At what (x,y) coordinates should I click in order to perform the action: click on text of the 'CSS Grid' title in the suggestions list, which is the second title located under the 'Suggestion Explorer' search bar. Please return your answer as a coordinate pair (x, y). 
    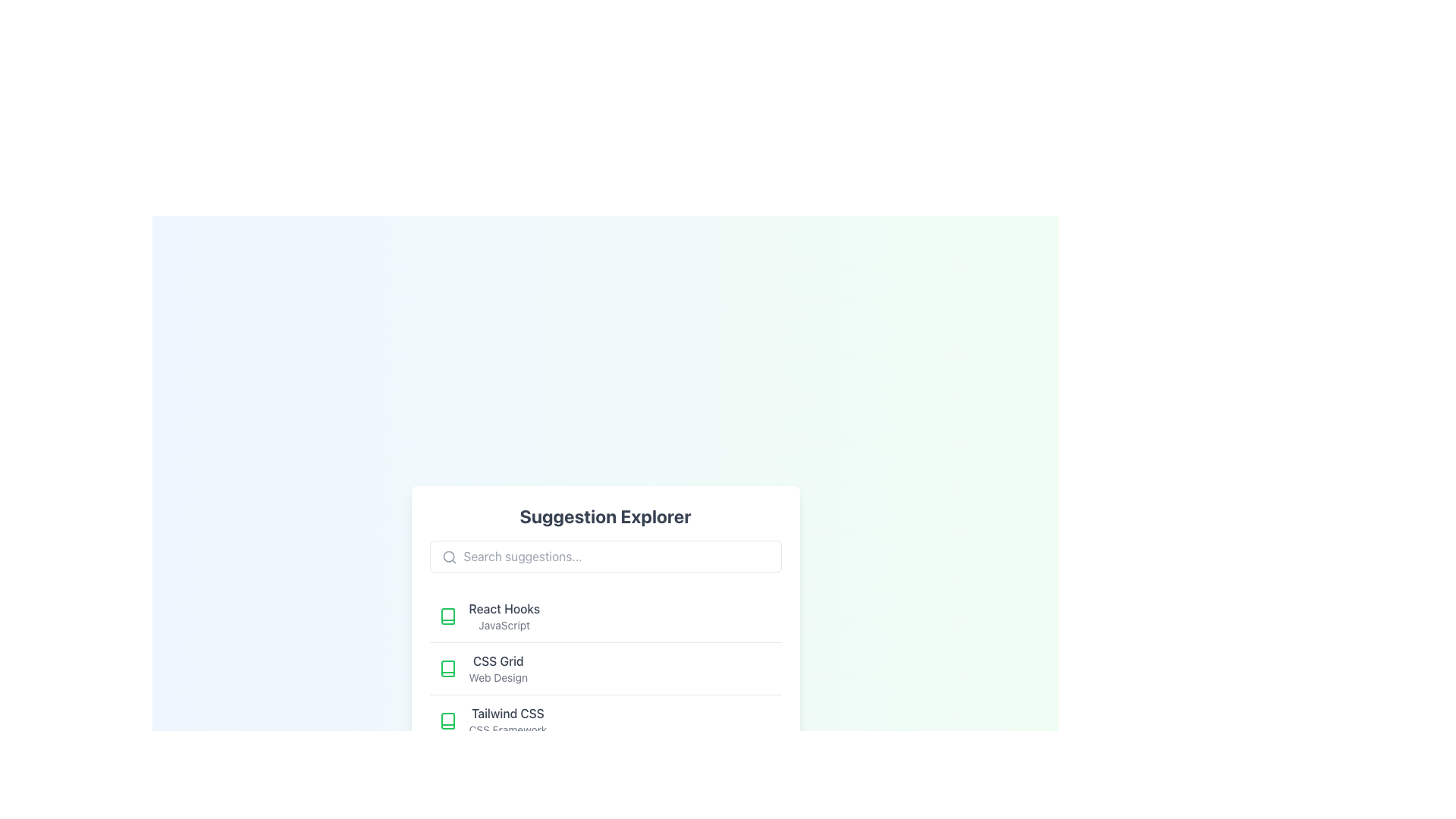
    Looking at the image, I should click on (498, 660).